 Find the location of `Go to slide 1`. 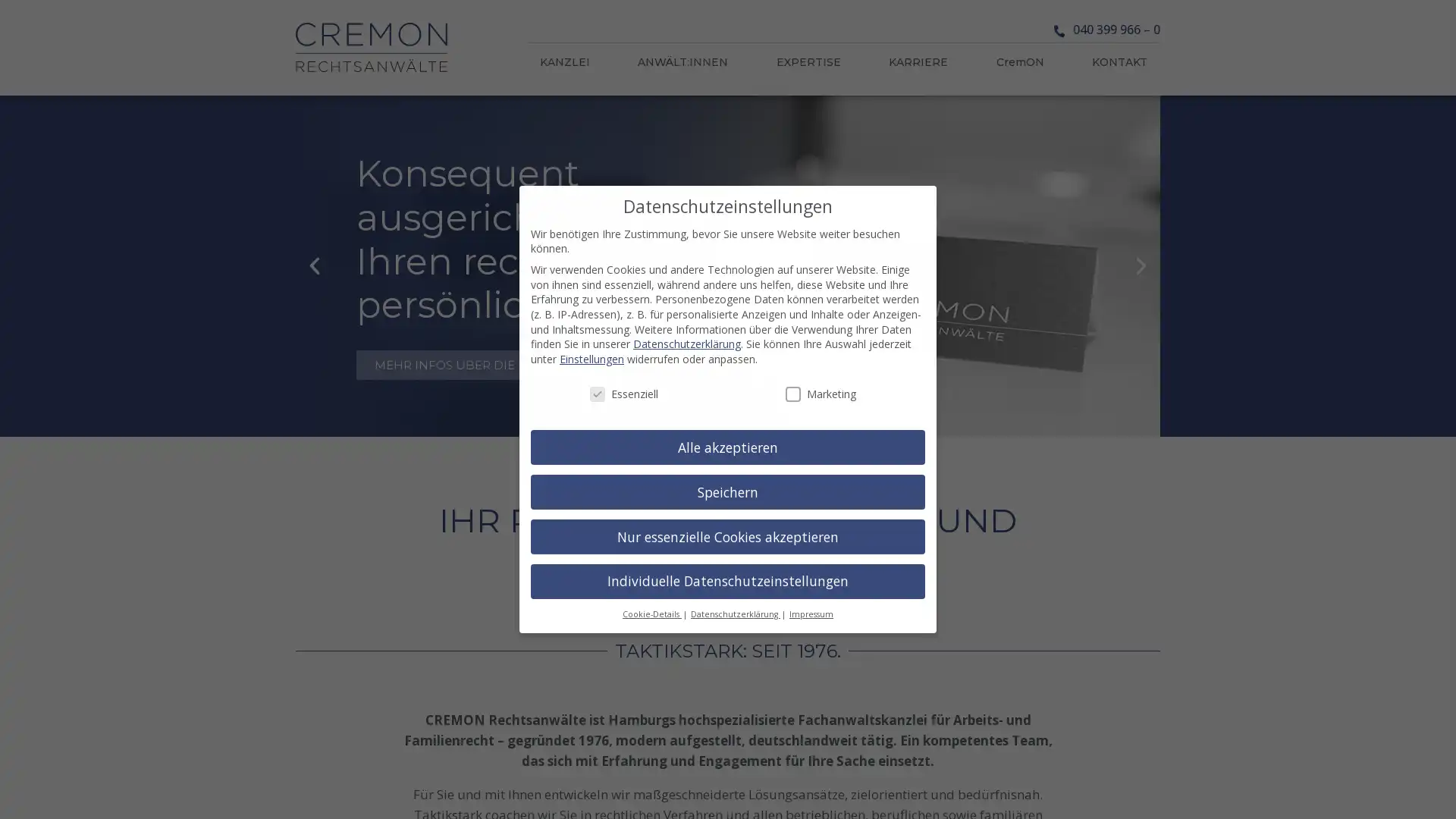

Go to slide 1 is located at coordinates (719, 423).